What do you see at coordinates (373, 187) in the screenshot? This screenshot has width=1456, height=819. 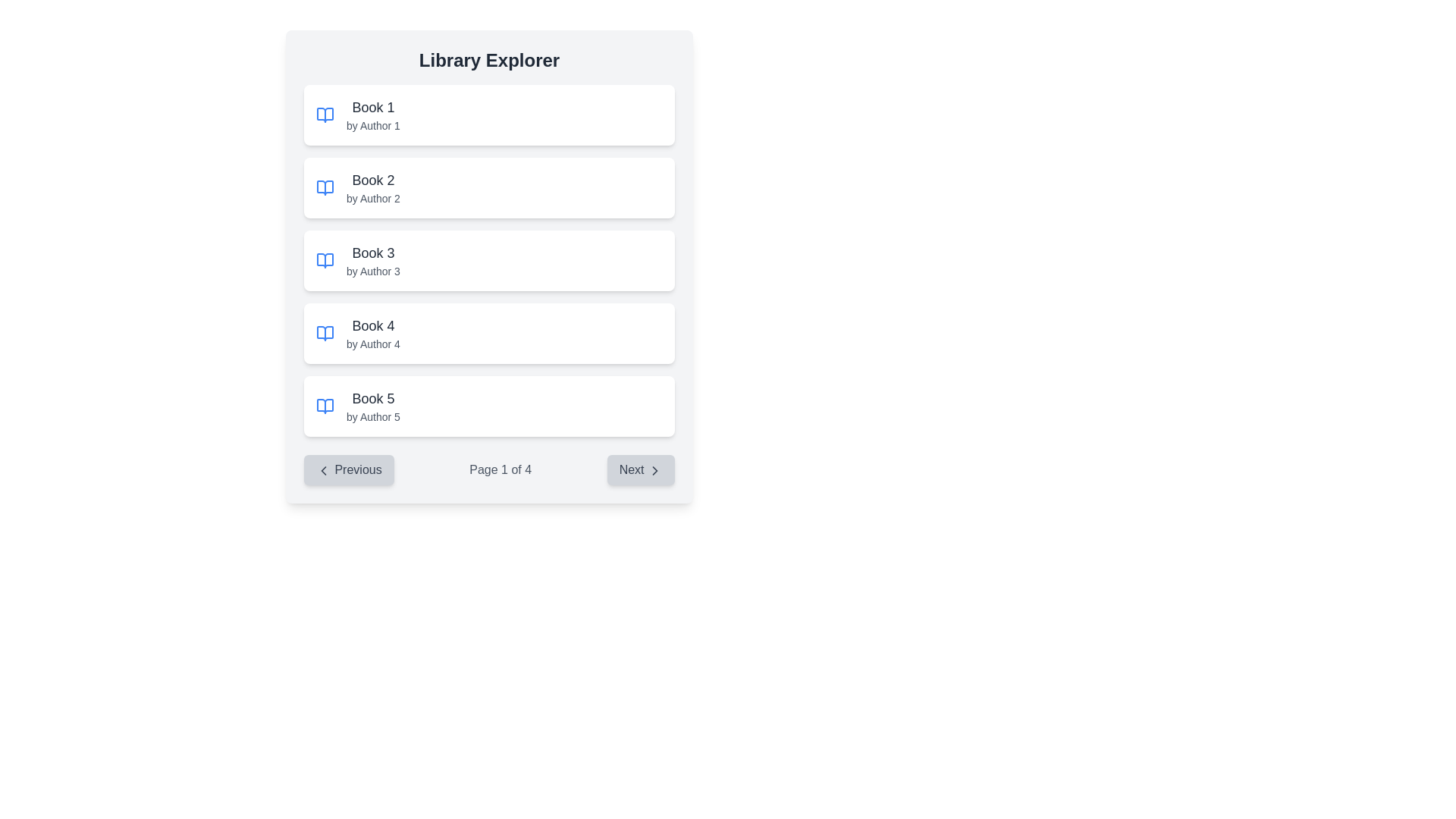 I see `the text display pair showing the title and subtitle of a book, located in the second row of a library interface` at bounding box center [373, 187].